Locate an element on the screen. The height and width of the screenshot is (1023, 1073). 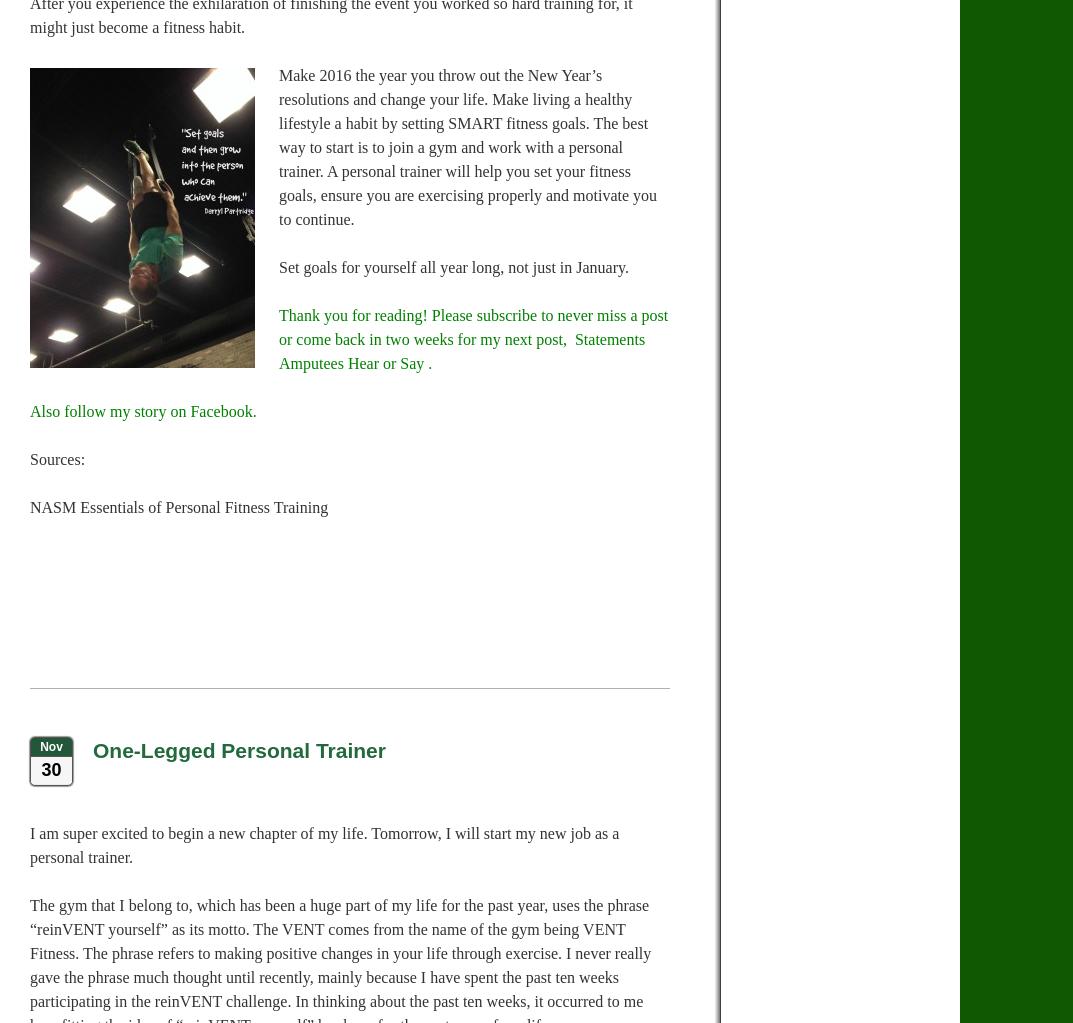
'Nov' is located at coordinates (49, 746).